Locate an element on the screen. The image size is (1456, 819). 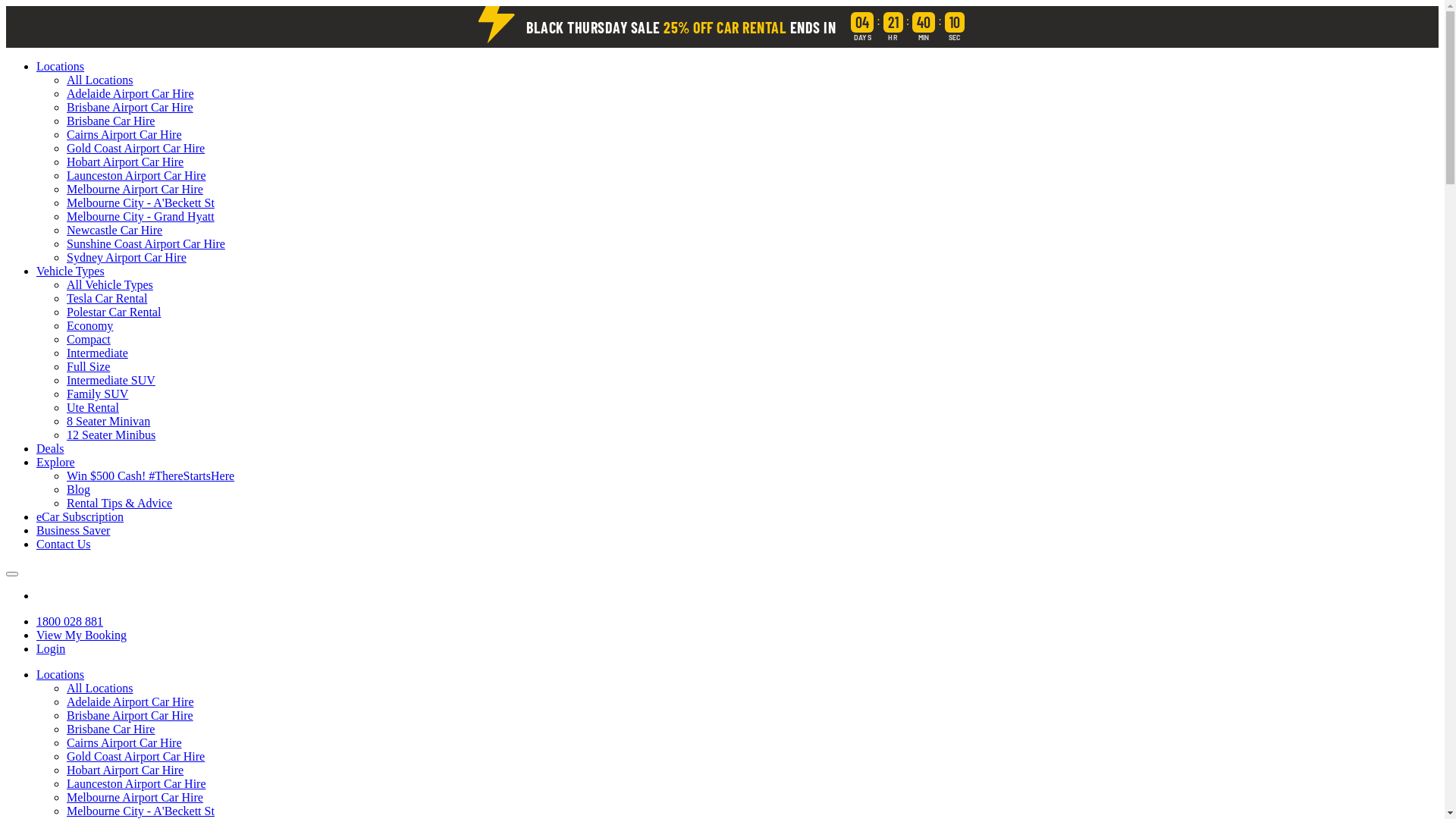
'Brisbane Airport Car Hire' is located at coordinates (130, 715).